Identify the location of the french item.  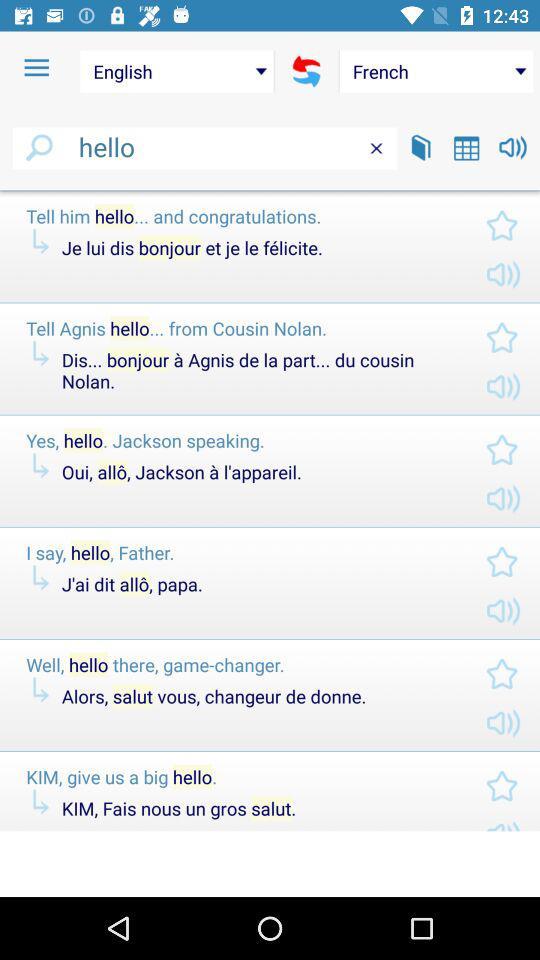
(435, 71).